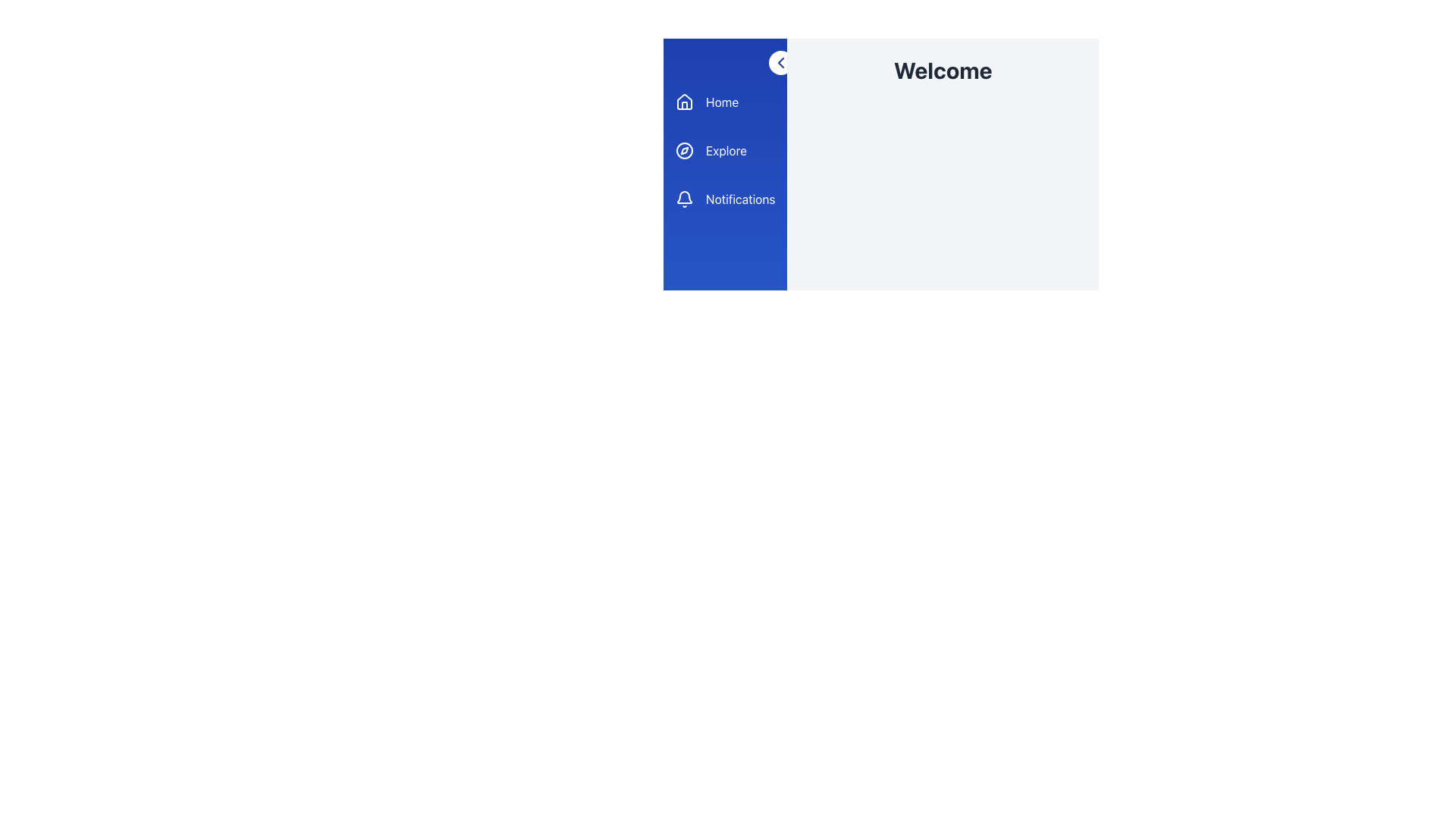  Describe the element at coordinates (781, 62) in the screenshot. I see `the leftward chevron graphic within the white circular button labeled 'Close/Open Sidebar' located at the upper-right corner of the blue sidebar` at that location.